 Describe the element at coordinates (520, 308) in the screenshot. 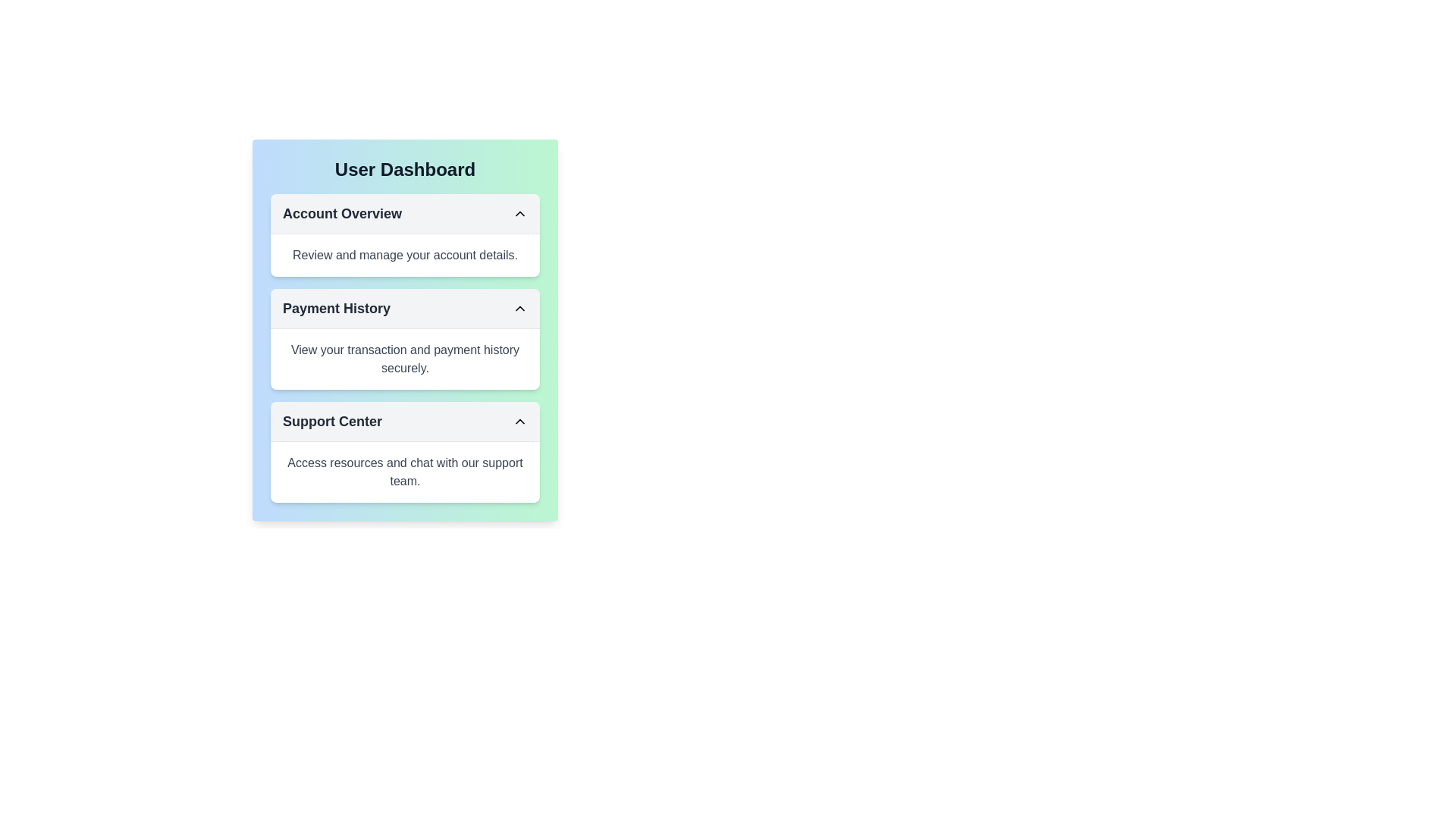

I see `the Toggle icon located at the far right of the 'Payment History' row` at that location.